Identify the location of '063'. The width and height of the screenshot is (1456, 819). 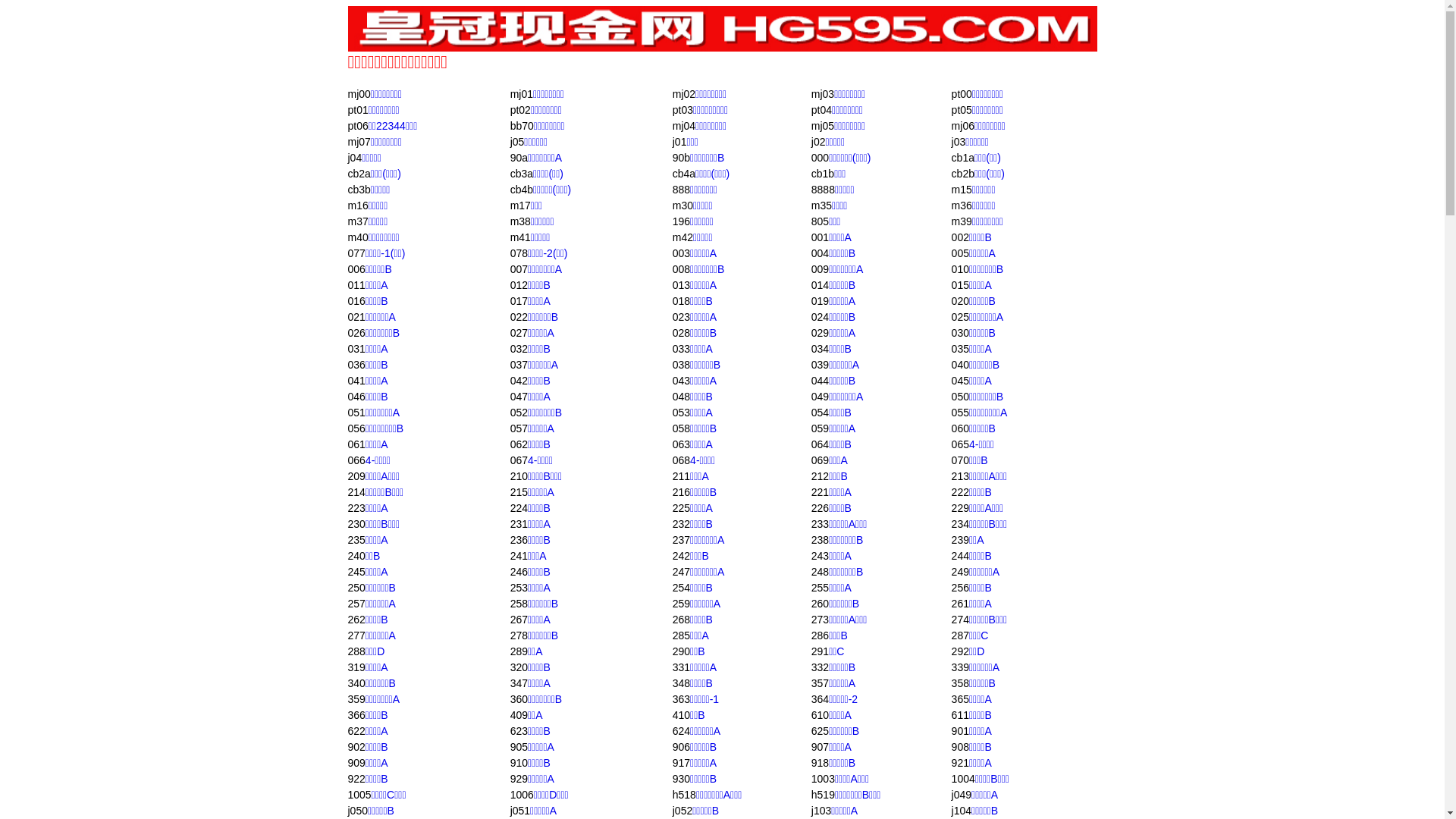
(680, 444).